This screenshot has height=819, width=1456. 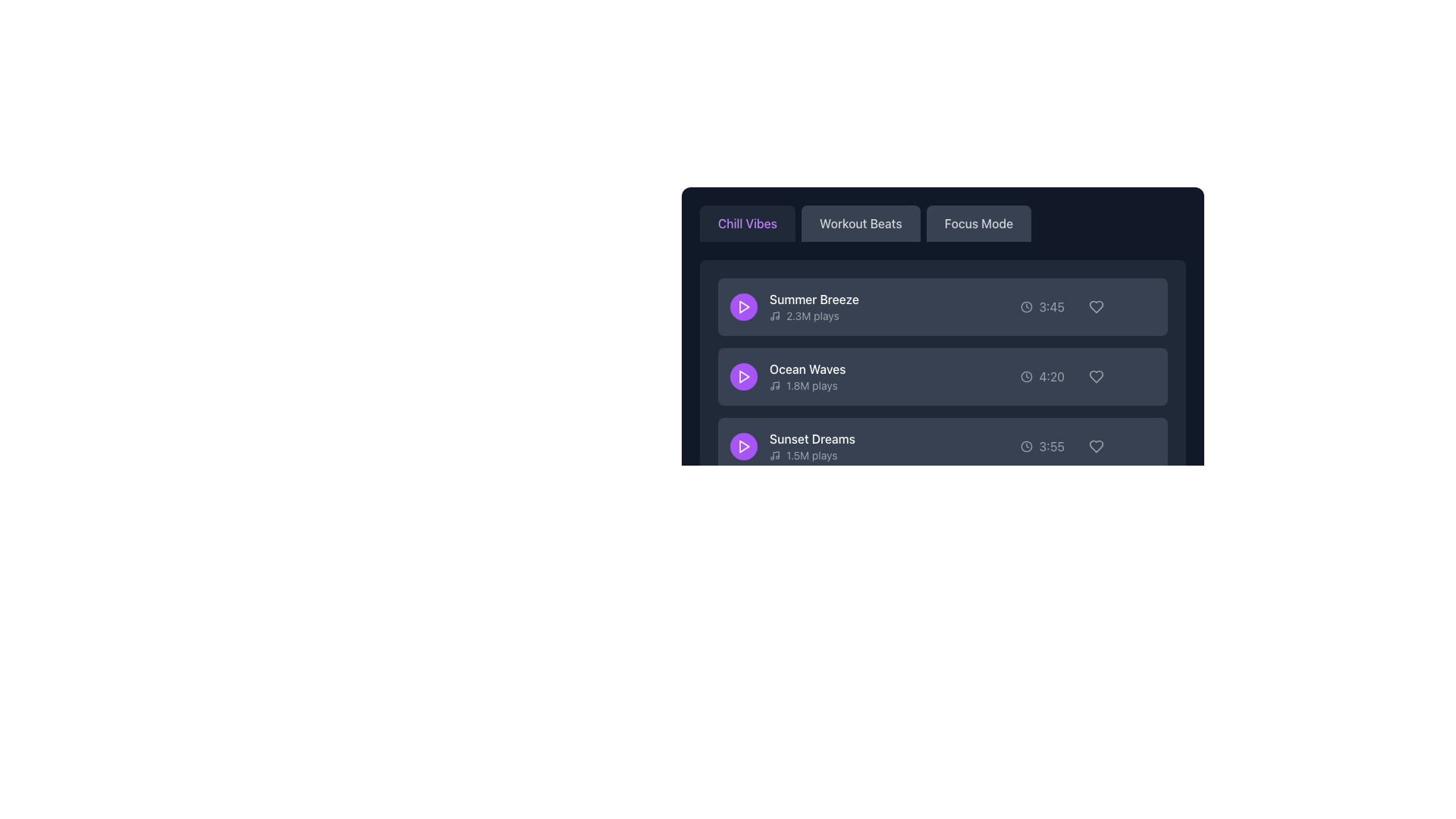 I want to click on the SVG Circle that visually represents the clock face in the first music track row, located at the top right corner adjacent to the track duration, so click(x=1027, y=307).